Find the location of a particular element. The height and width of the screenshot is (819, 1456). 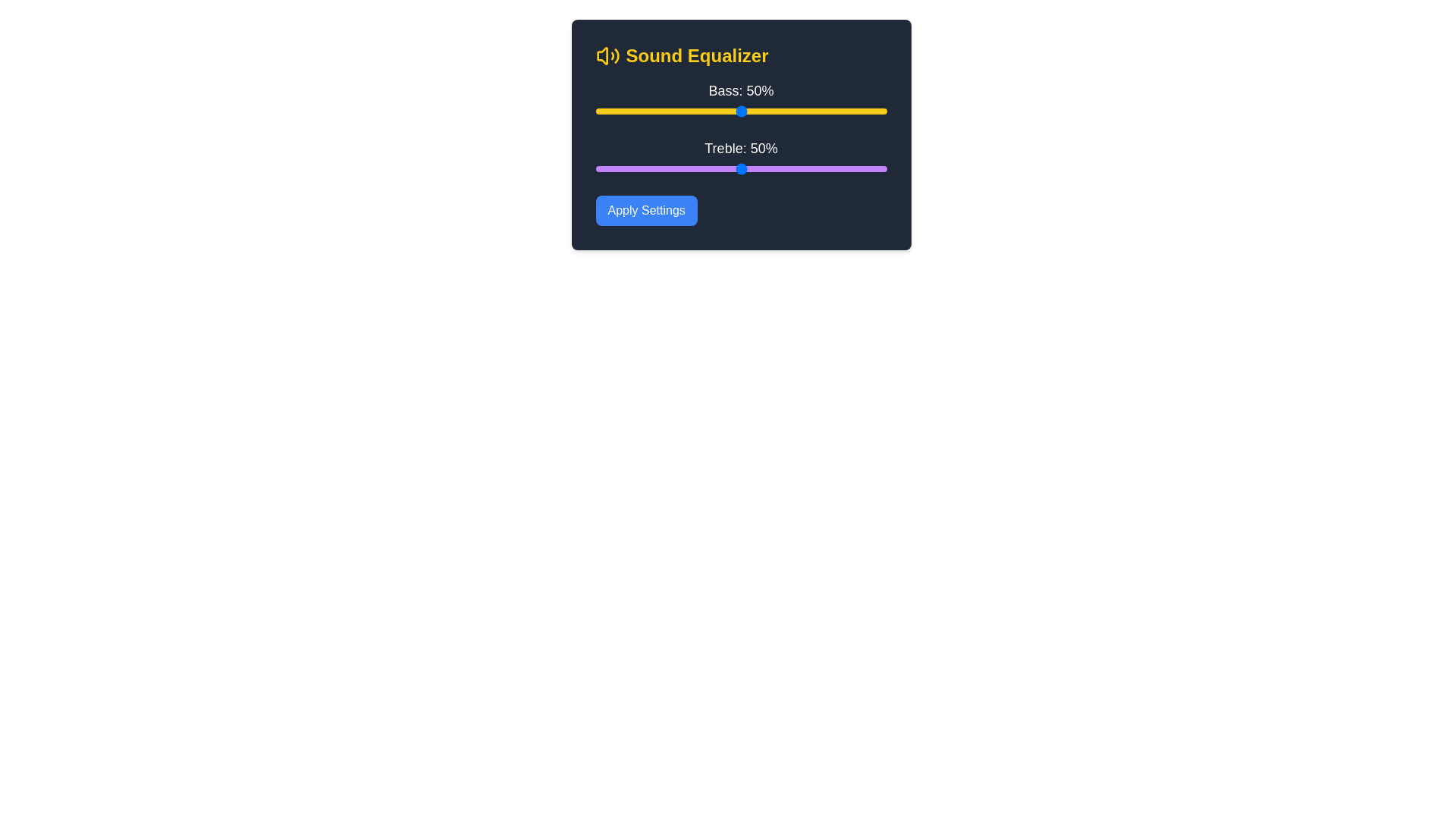

the bass level to 82% using the slider is located at coordinates (833, 110).